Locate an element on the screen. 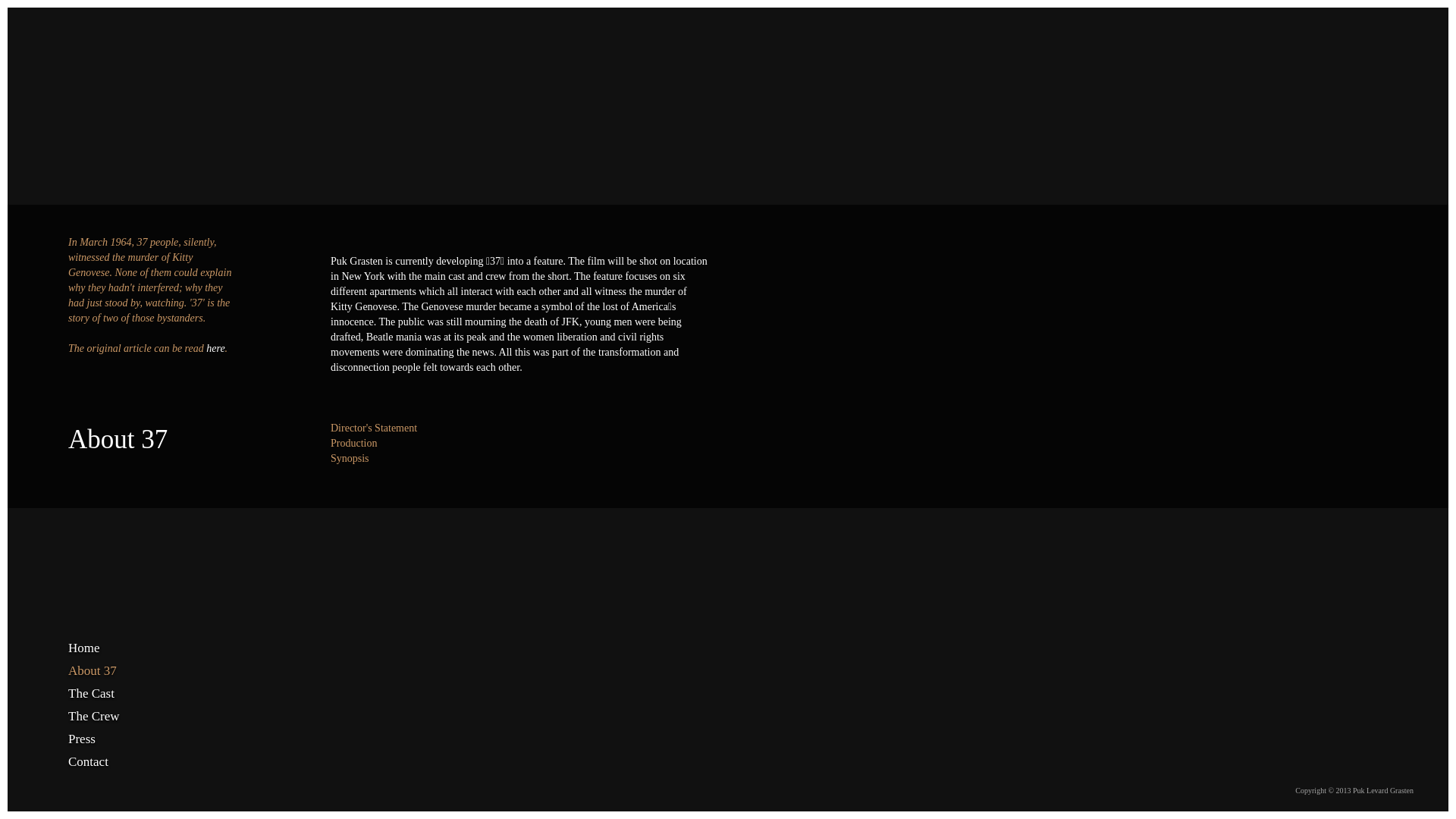 This screenshot has height=819, width=1456. 'The Crew' is located at coordinates (108, 717).